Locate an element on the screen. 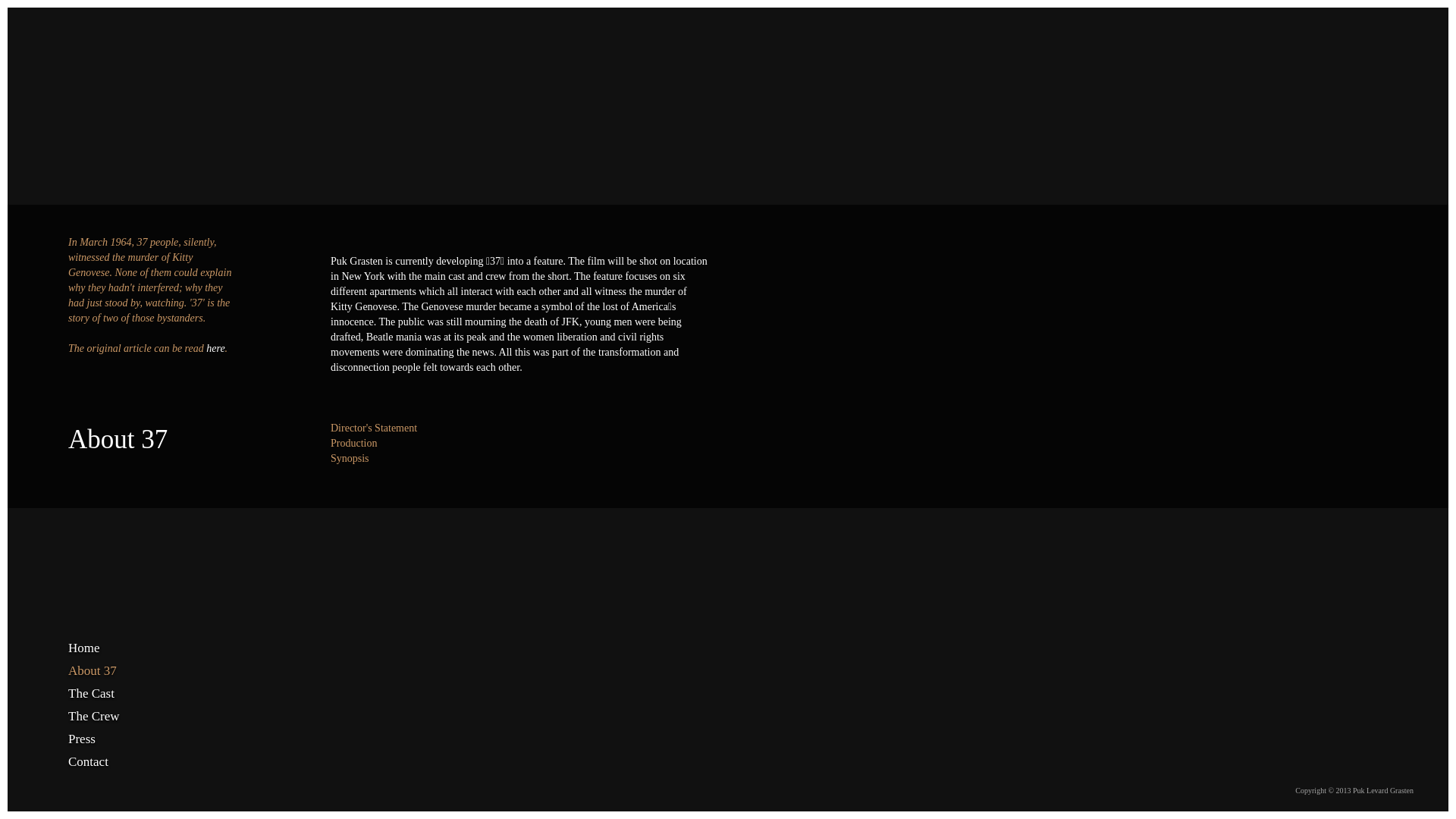 This screenshot has height=819, width=1456. 'The Crew' is located at coordinates (108, 717).